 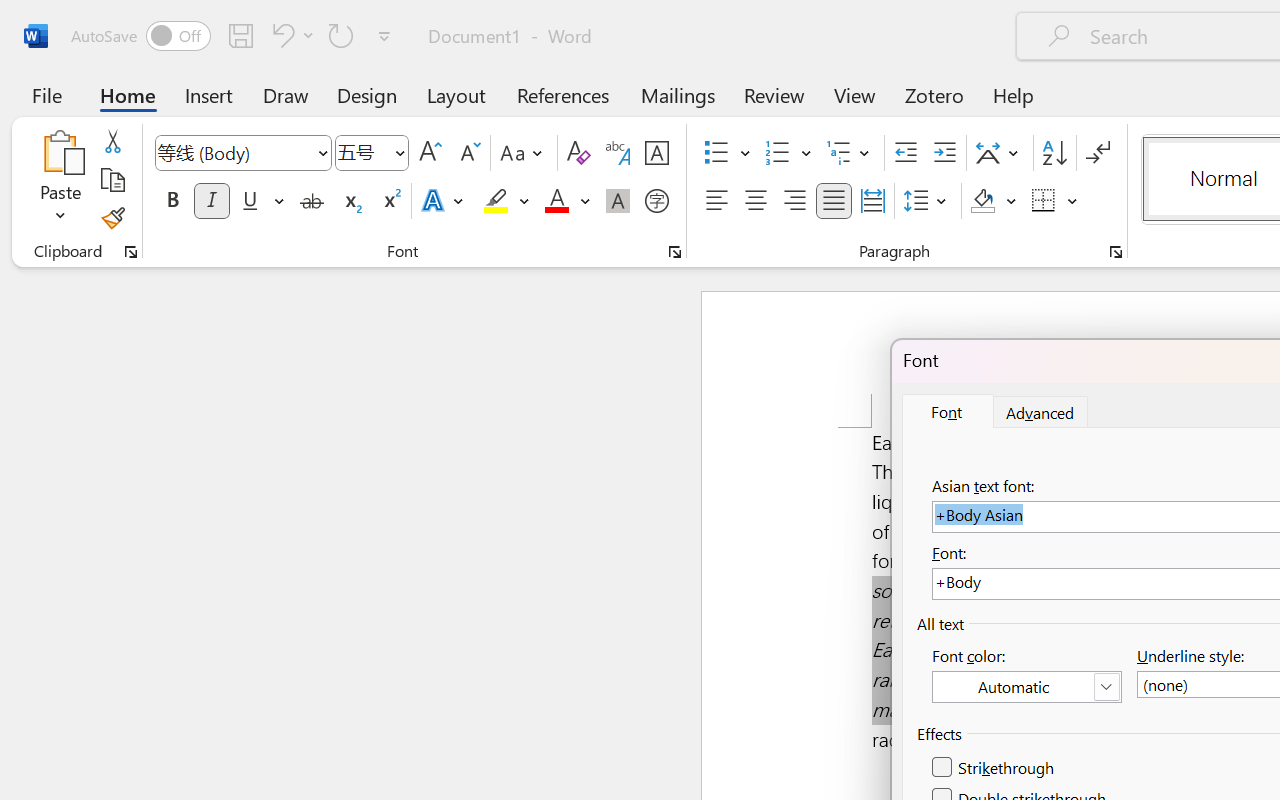 I want to click on 'Align Right', so click(x=793, y=201).